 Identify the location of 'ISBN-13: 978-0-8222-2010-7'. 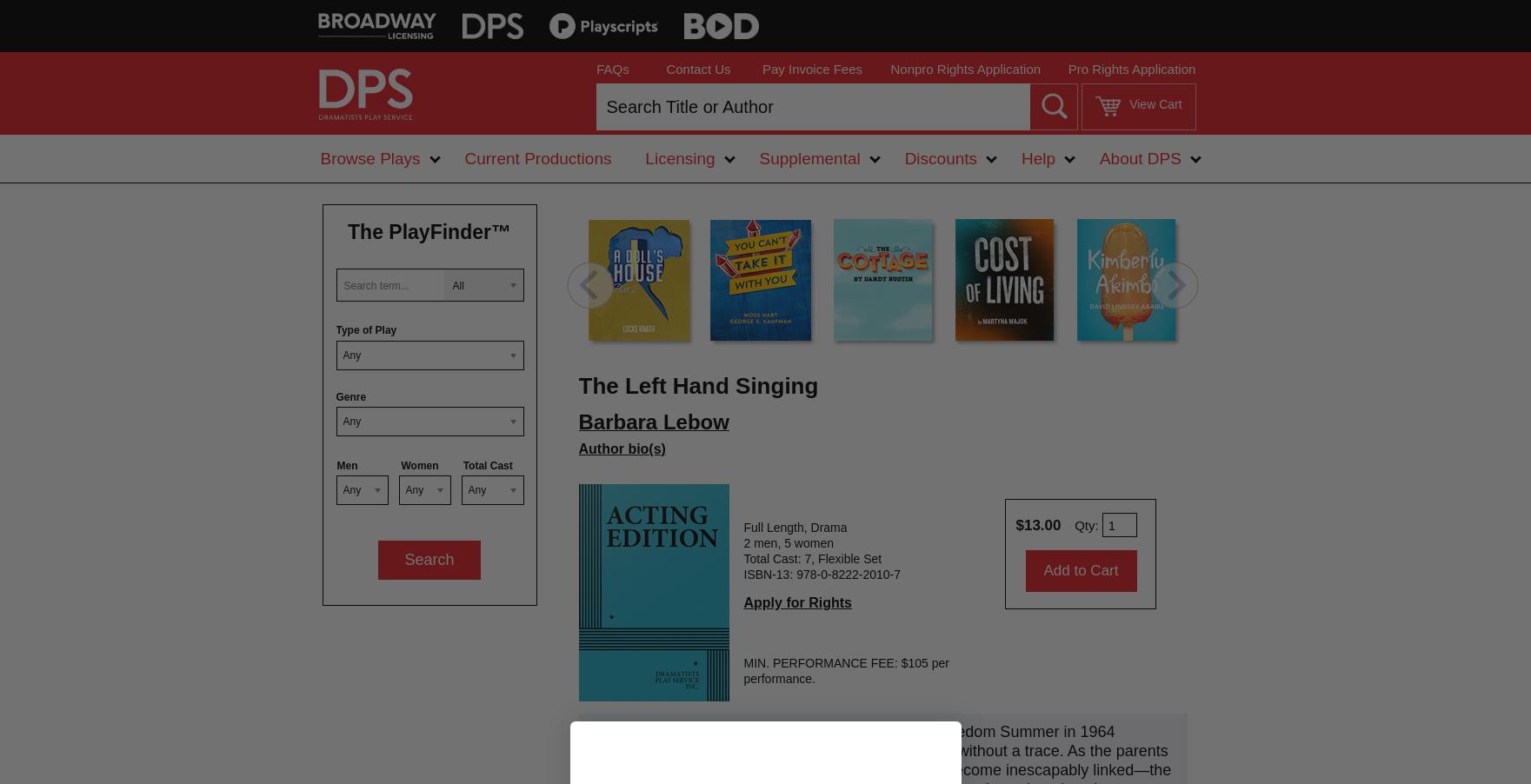
(821, 573).